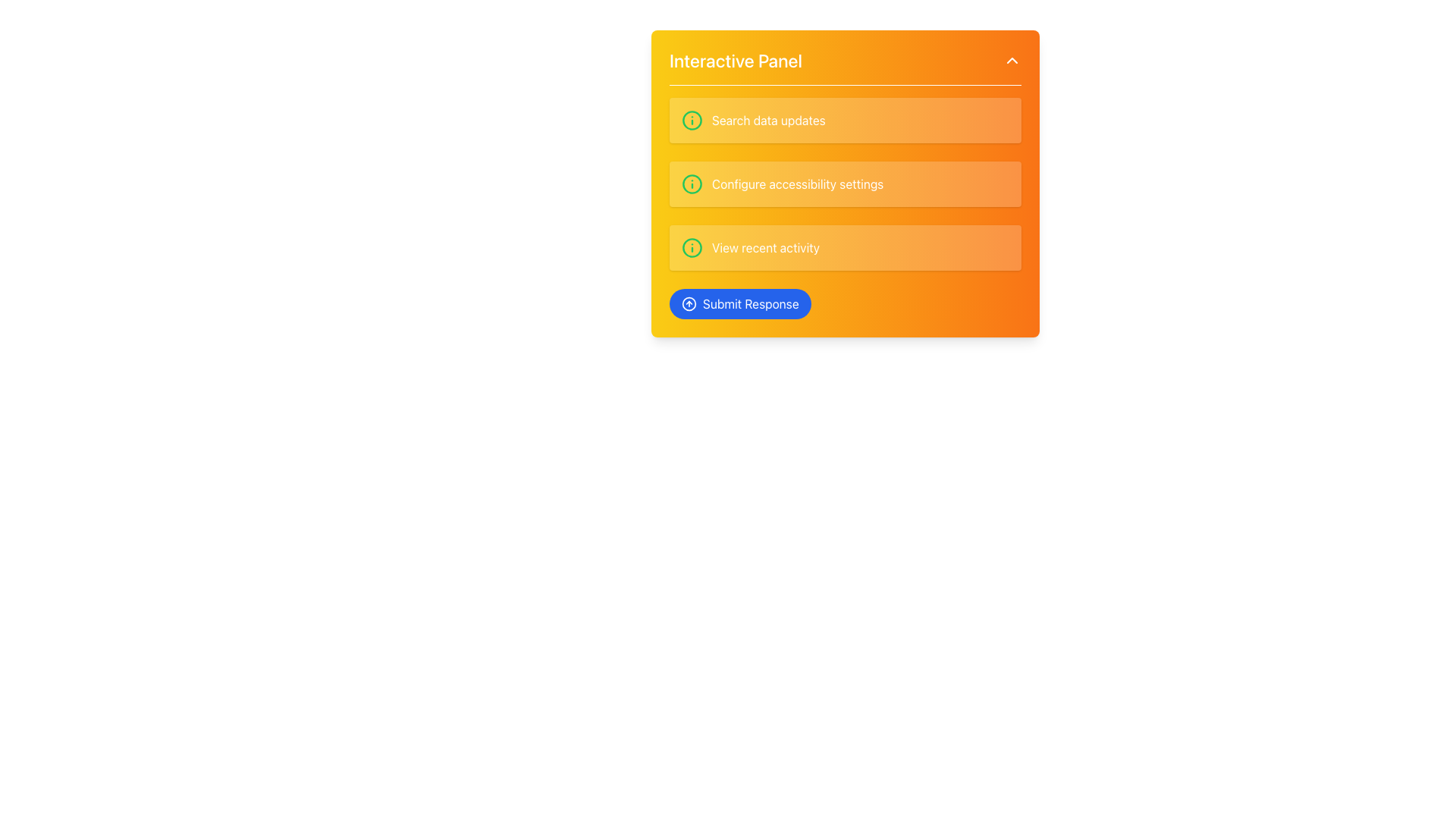 Image resolution: width=1456 pixels, height=819 pixels. Describe the element at coordinates (766, 247) in the screenshot. I see `the text label displaying 'View recent activity' in white font, which is centrally located at the bottom of the 'Interactive Panel' box` at that location.